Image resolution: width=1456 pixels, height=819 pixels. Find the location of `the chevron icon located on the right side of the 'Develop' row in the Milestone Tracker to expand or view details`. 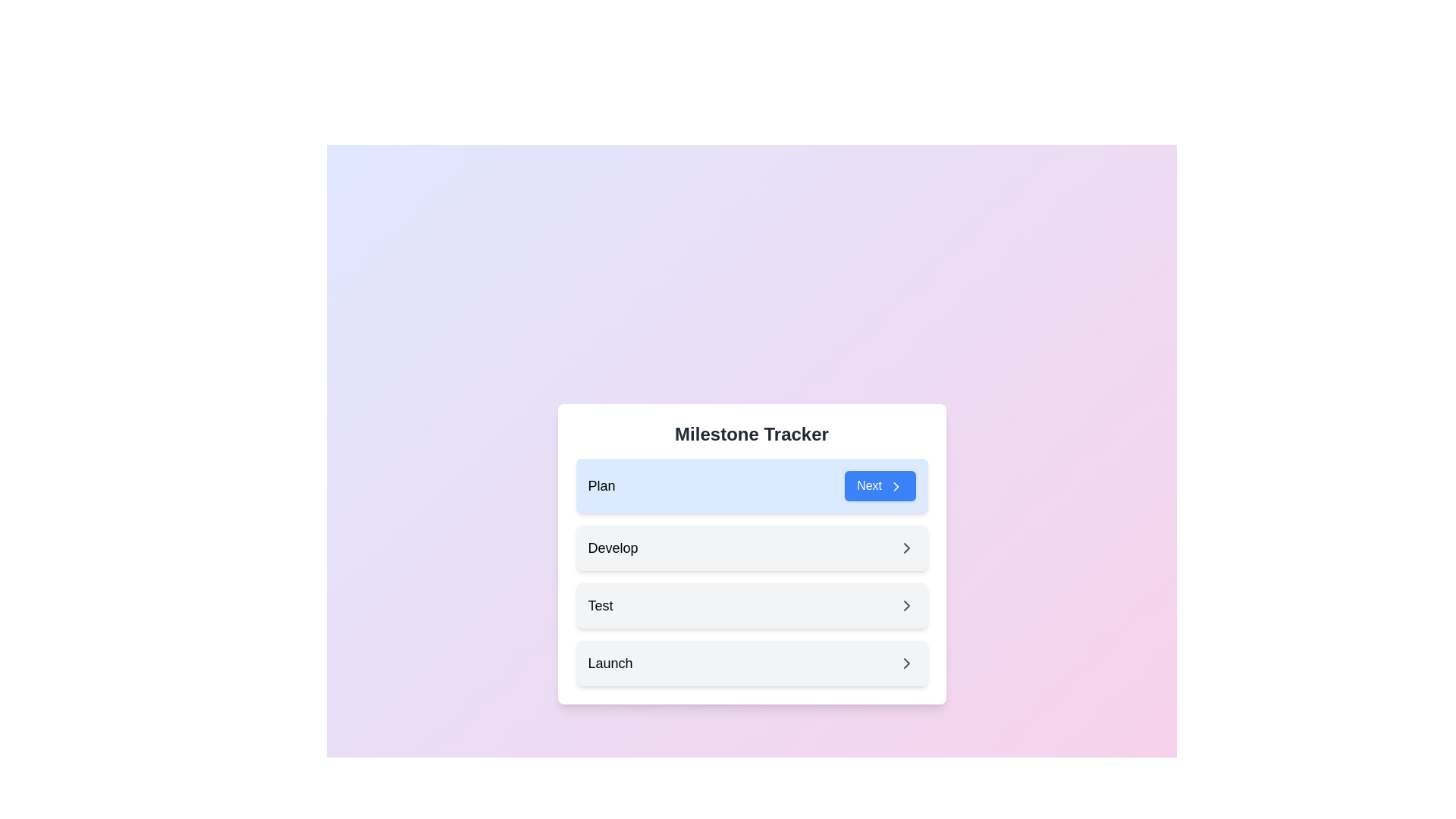

the chevron icon located on the right side of the 'Develop' row in the Milestone Tracker to expand or view details is located at coordinates (906, 548).